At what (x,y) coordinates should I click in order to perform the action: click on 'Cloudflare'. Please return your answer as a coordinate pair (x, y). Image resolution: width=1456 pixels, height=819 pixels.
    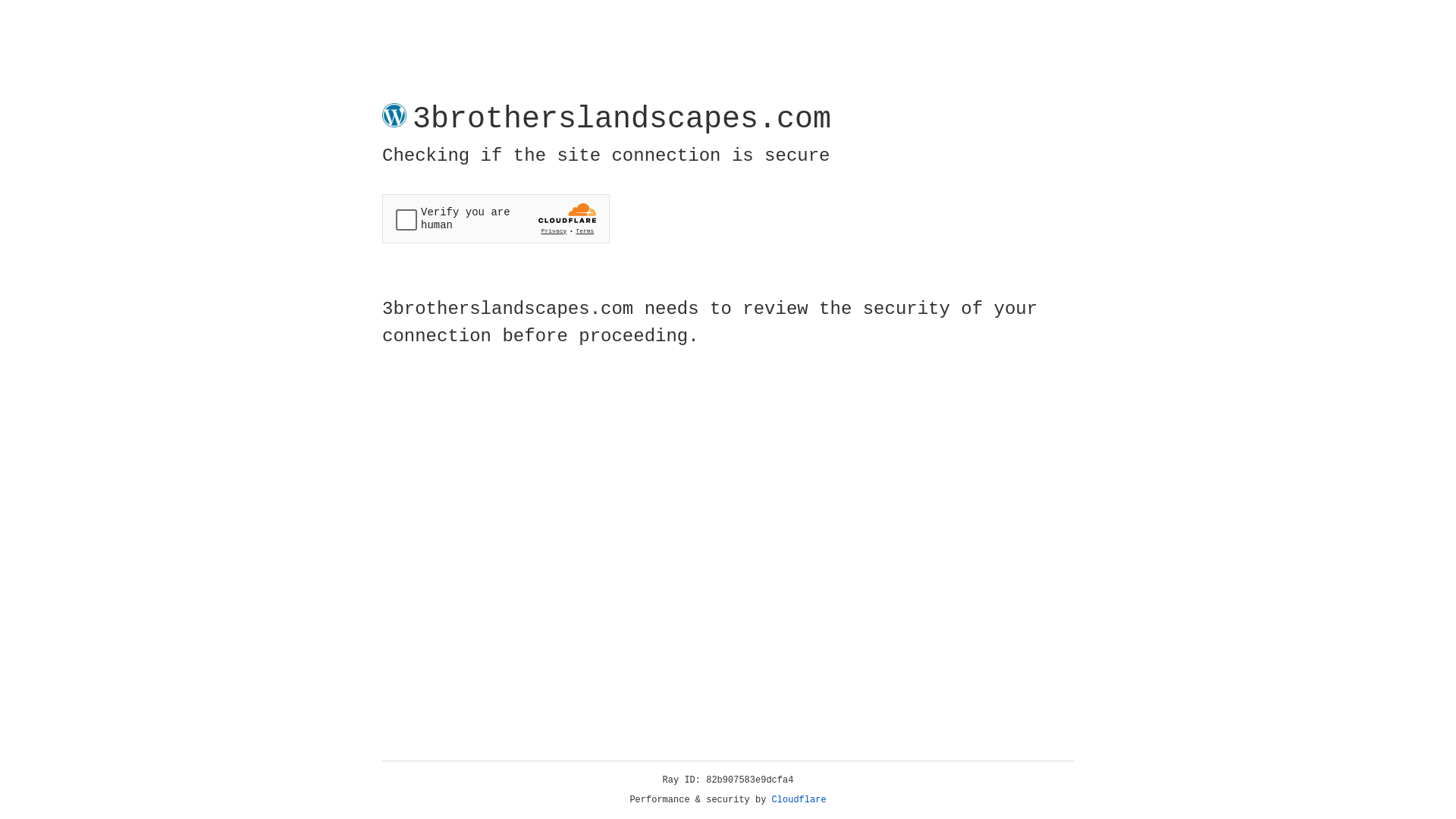
    Looking at the image, I should click on (799, 799).